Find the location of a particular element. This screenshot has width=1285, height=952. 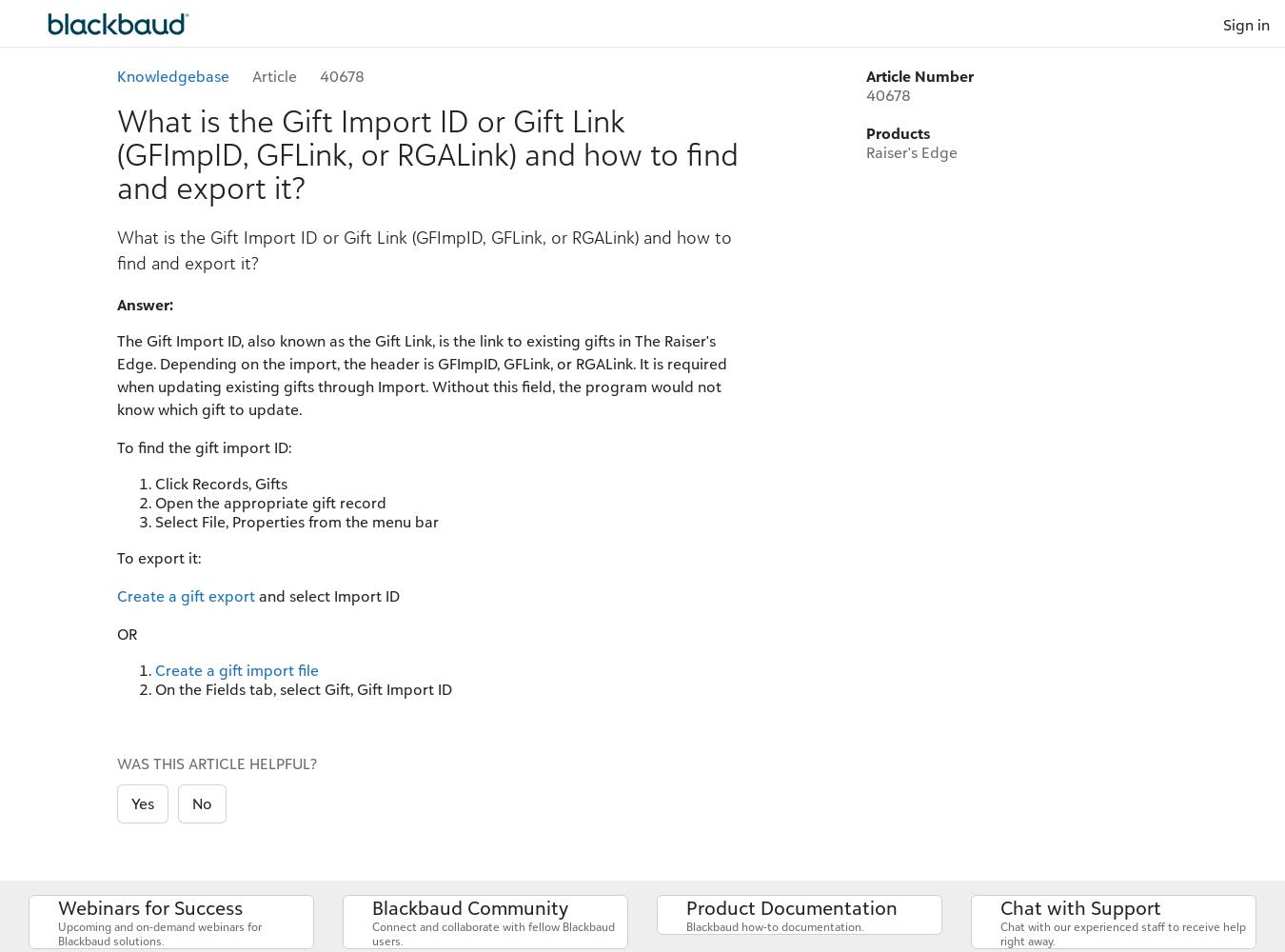

'Yes' is located at coordinates (142, 803).